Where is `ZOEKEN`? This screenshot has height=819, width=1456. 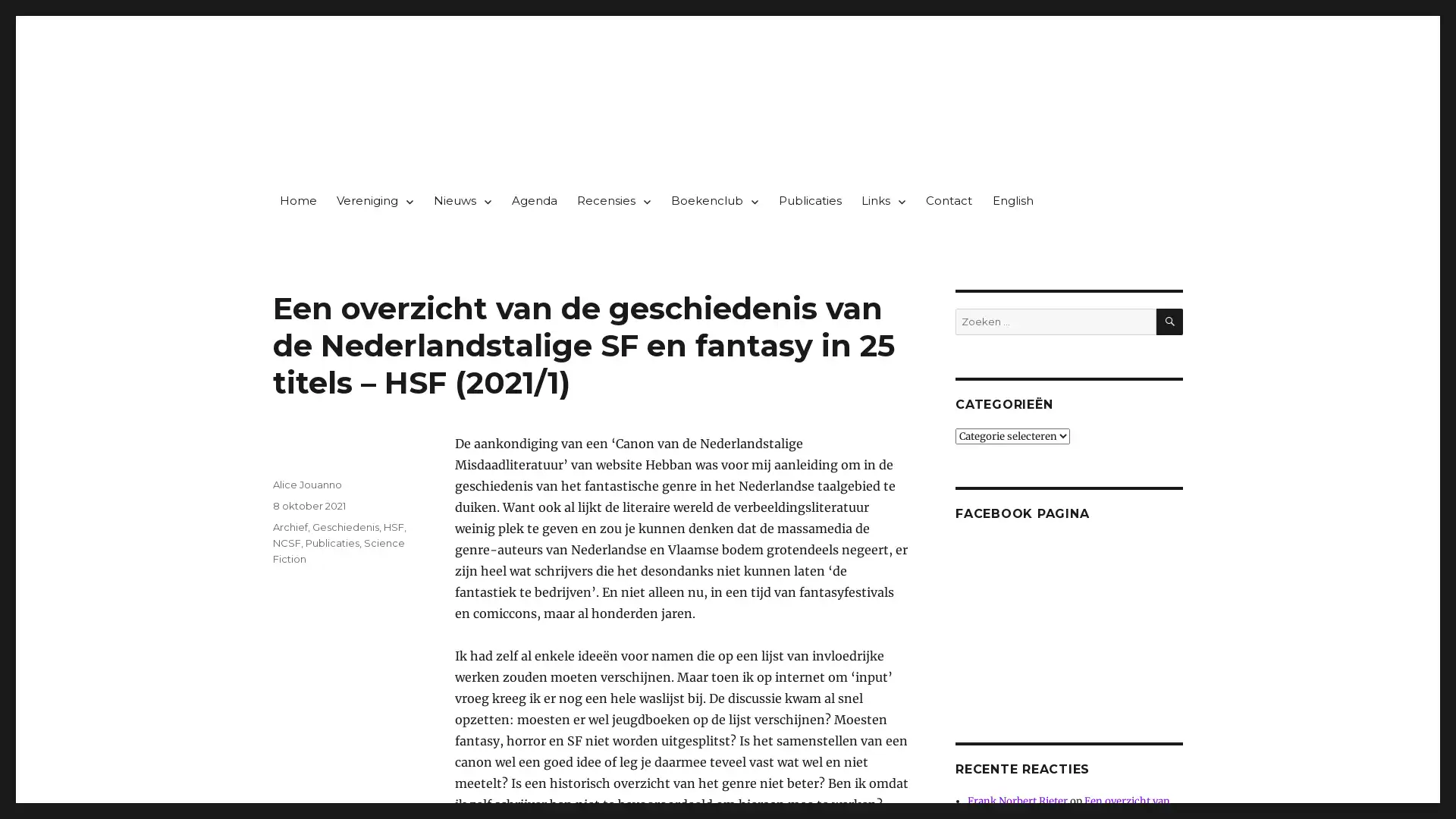 ZOEKEN is located at coordinates (1169, 321).